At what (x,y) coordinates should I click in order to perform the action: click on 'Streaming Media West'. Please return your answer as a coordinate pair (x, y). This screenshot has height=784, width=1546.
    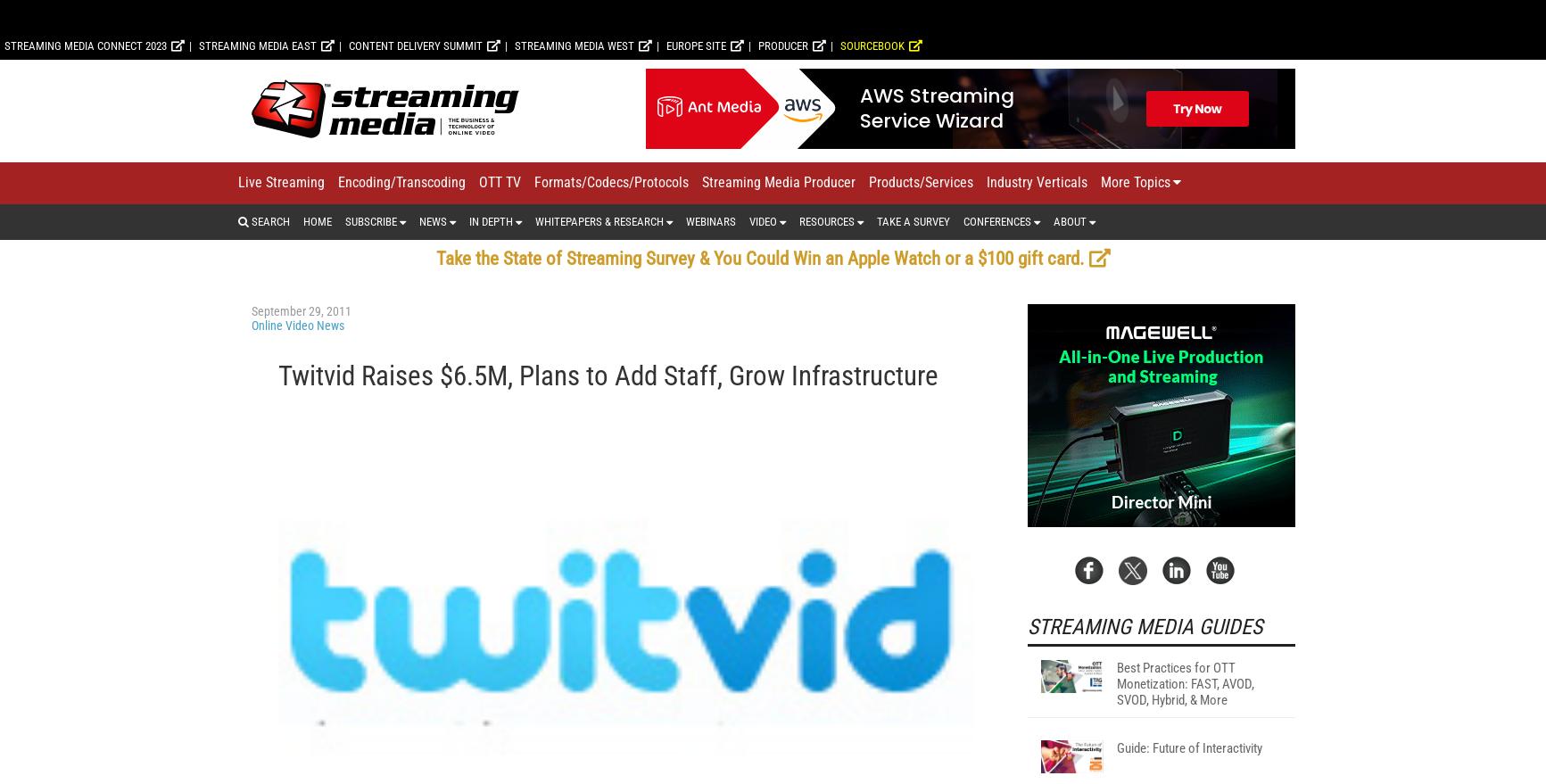
    Looking at the image, I should click on (574, 278).